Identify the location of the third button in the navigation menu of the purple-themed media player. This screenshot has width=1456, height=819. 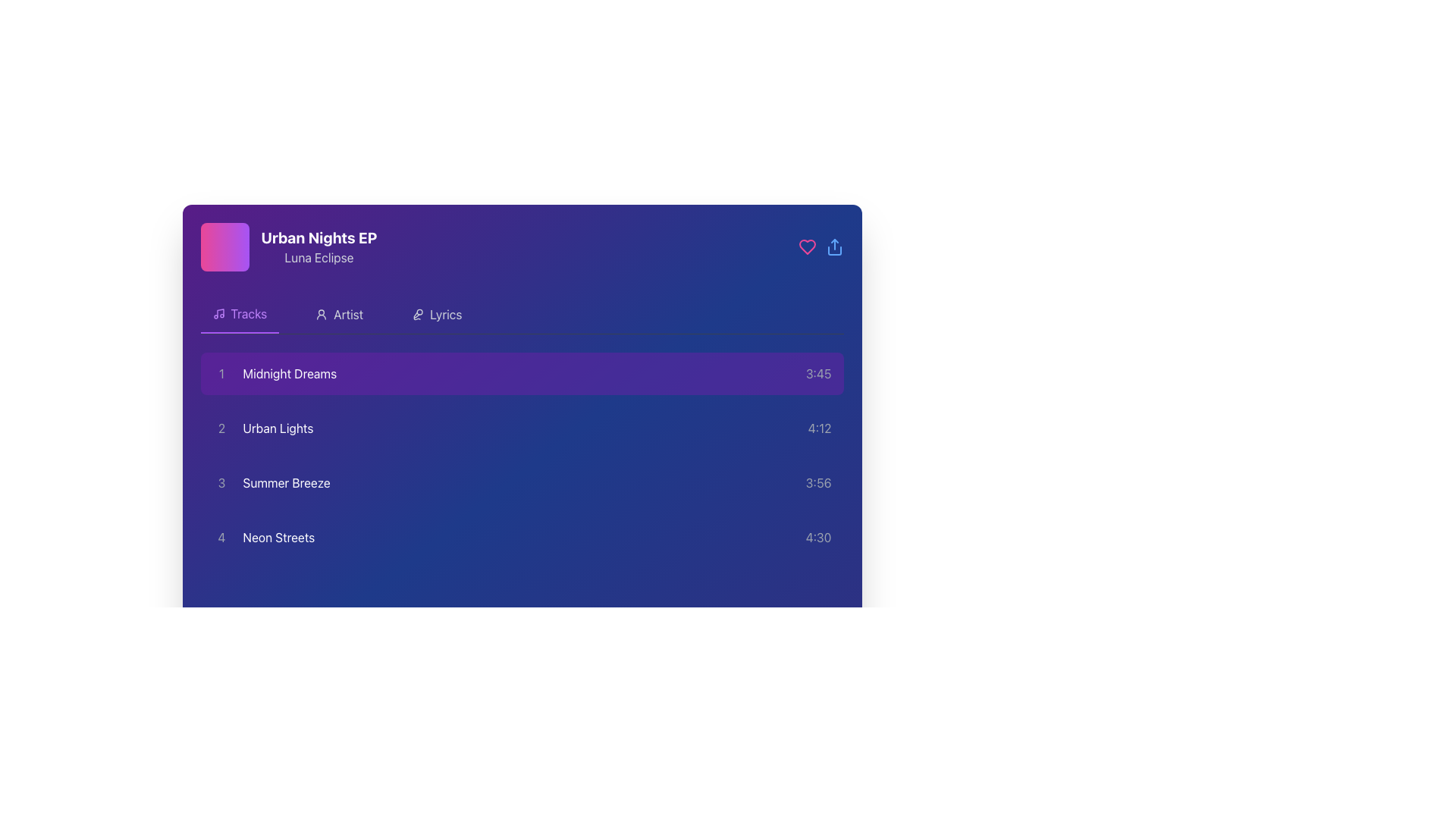
(436, 314).